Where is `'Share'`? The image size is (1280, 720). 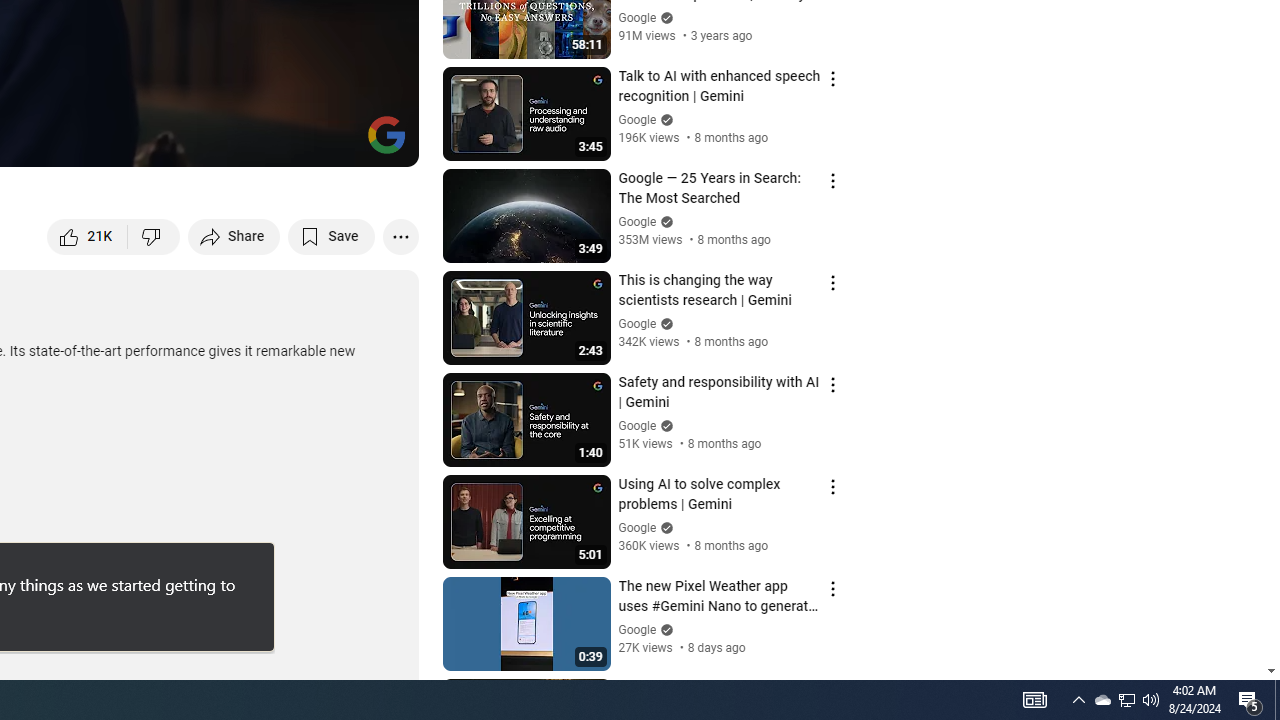 'Share' is located at coordinates (234, 235).